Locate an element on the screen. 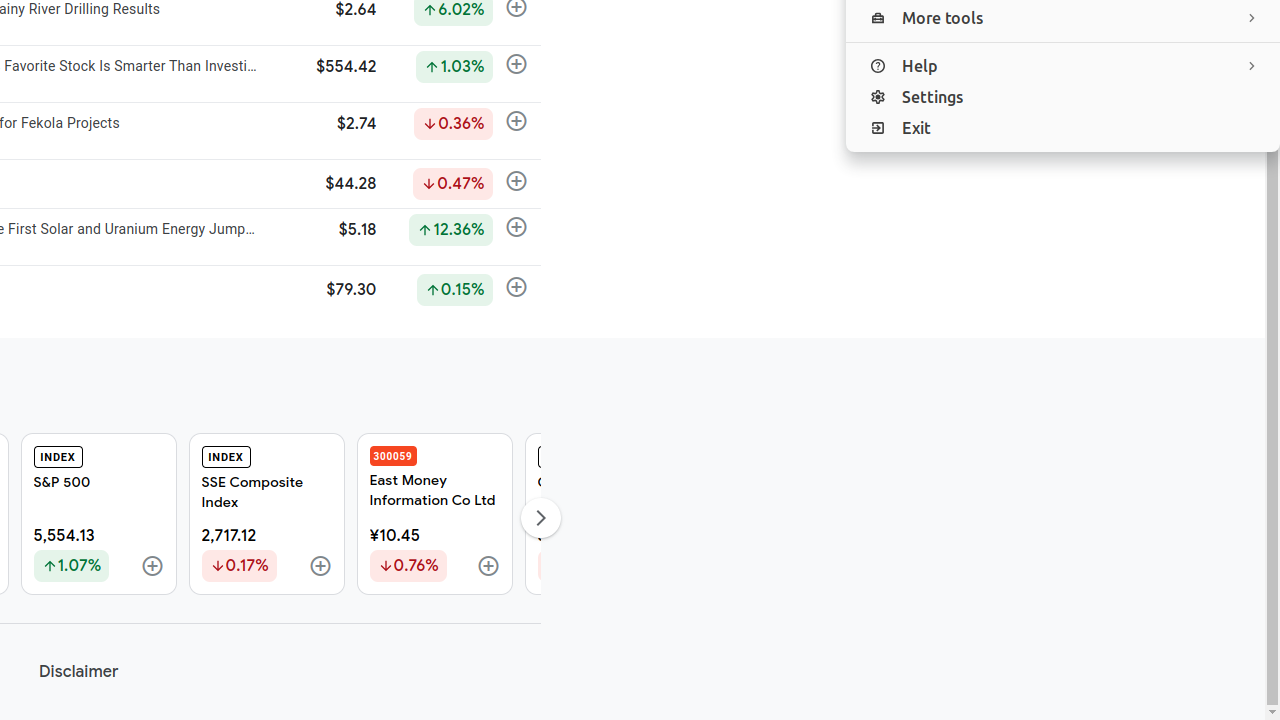  'More tools' is located at coordinates (1062, 18).